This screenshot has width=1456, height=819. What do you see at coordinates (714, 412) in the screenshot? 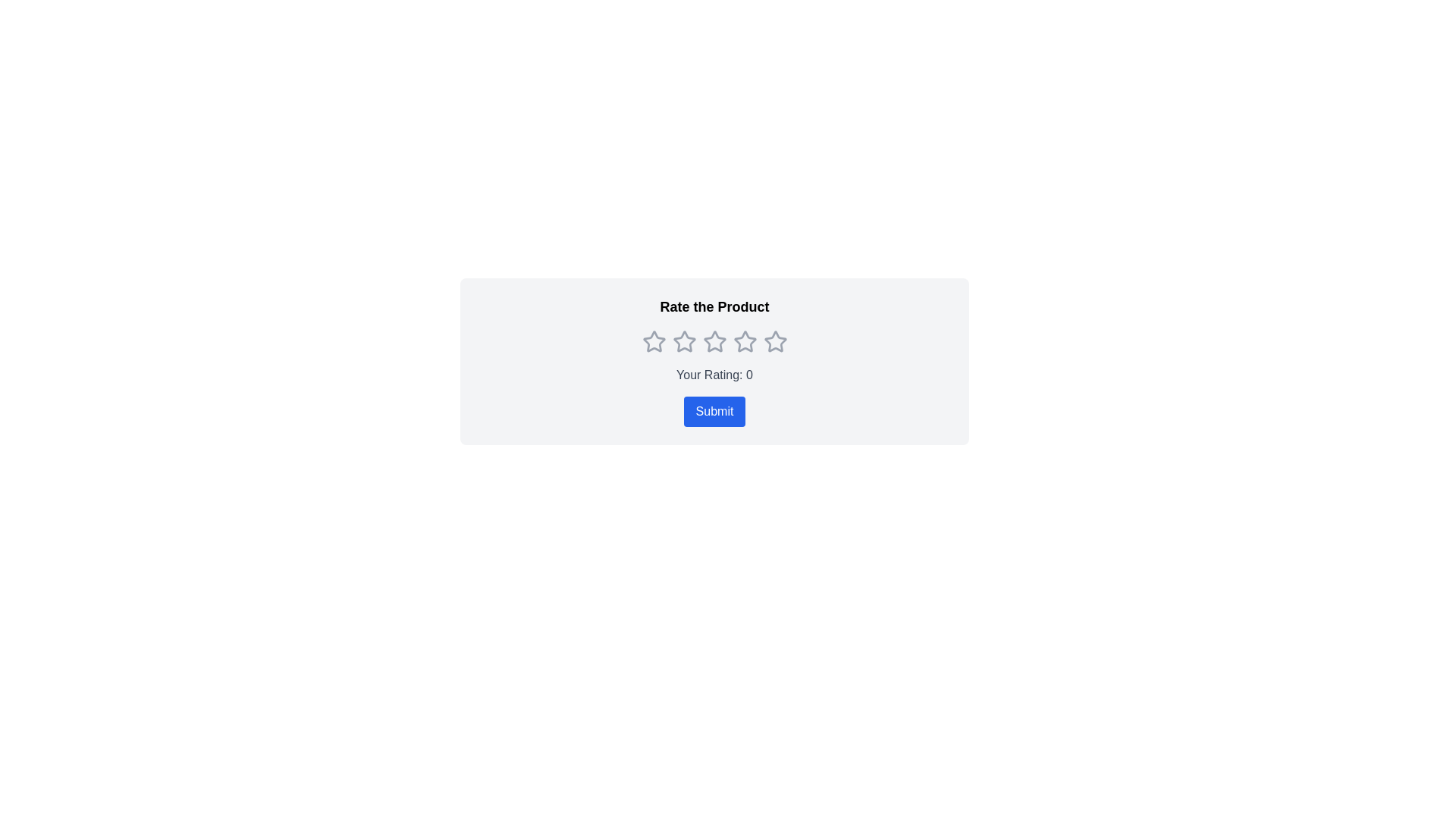
I see `the 'Submit' button, which is a rectangular button with a blue background and white text, located beneath the text 'Your Rating: 0'` at bounding box center [714, 412].